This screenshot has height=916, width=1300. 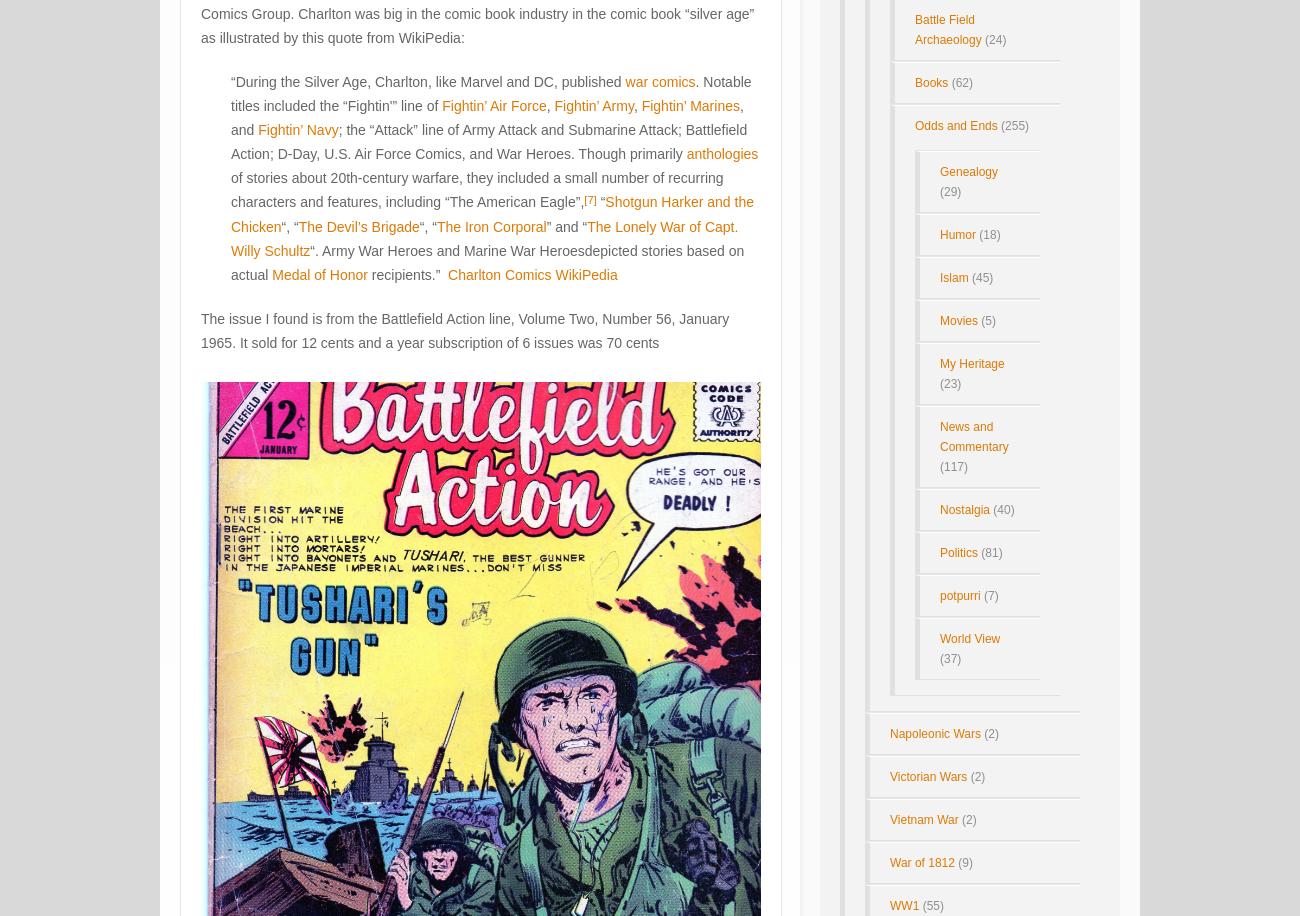 I want to click on 'Army War Heroes', so click(x=376, y=250).